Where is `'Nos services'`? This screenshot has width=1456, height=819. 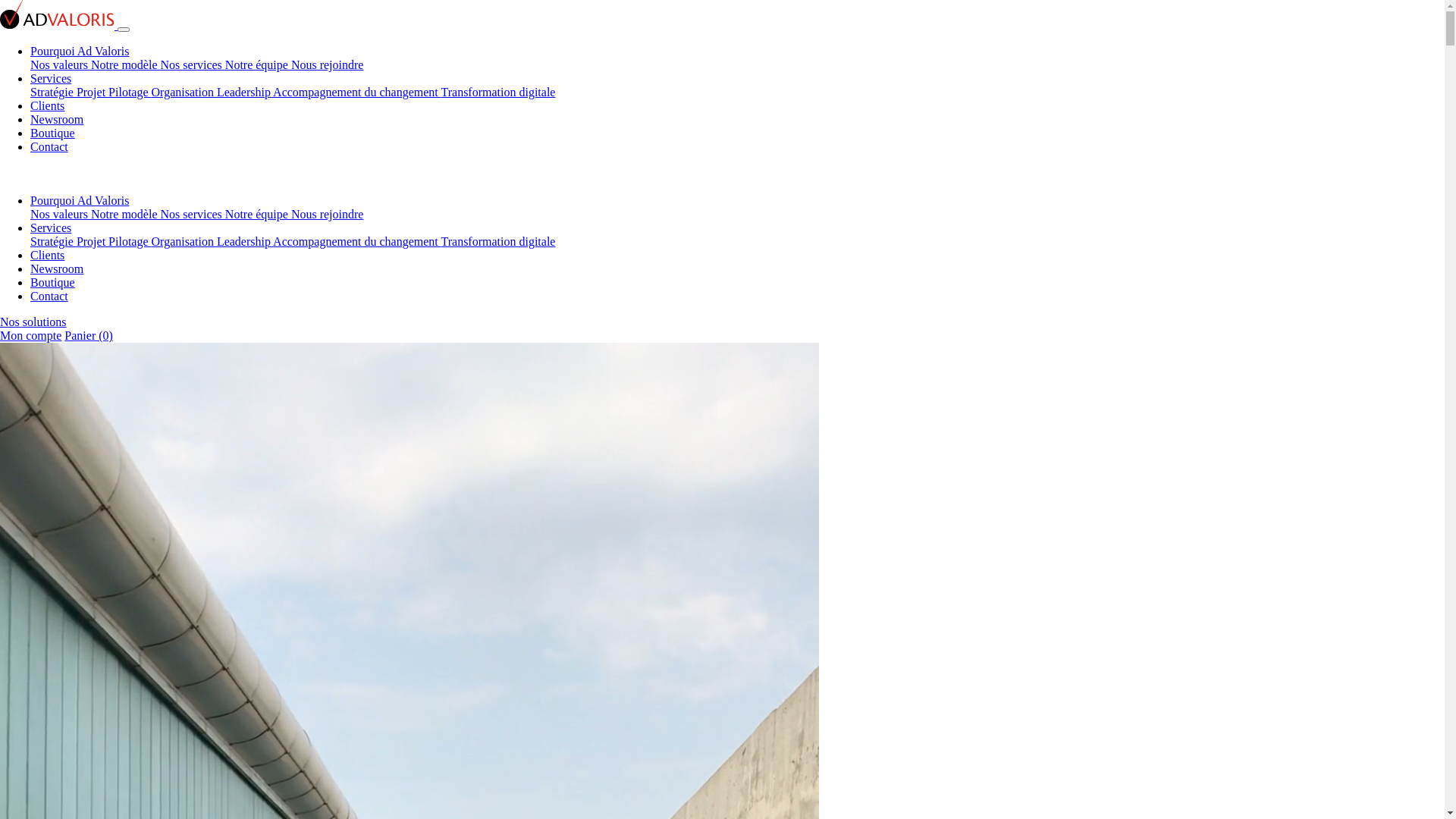
'Nos services' is located at coordinates (192, 64).